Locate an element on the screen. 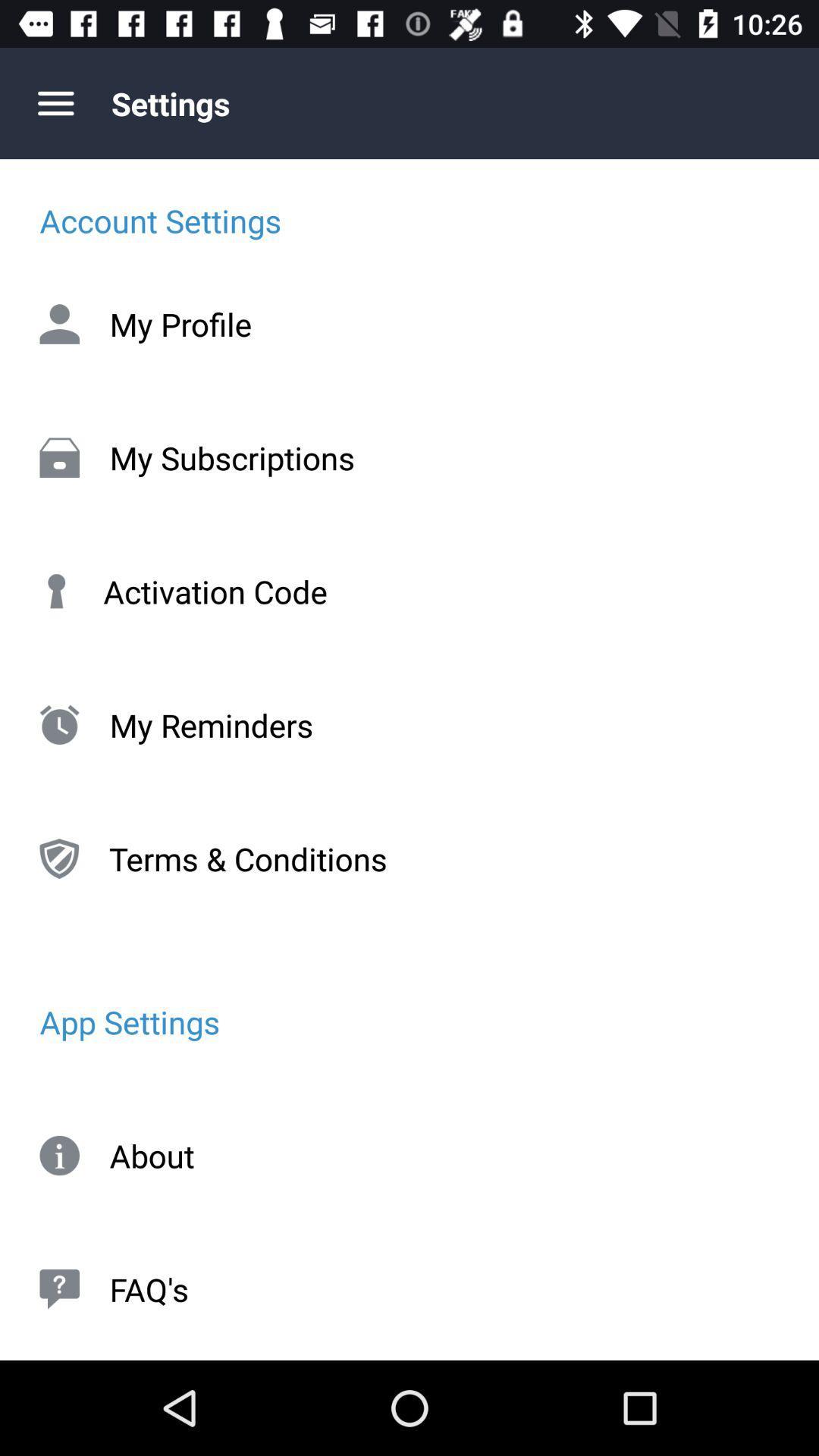 The width and height of the screenshot is (819, 1456). item next to the settings is located at coordinates (55, 102).